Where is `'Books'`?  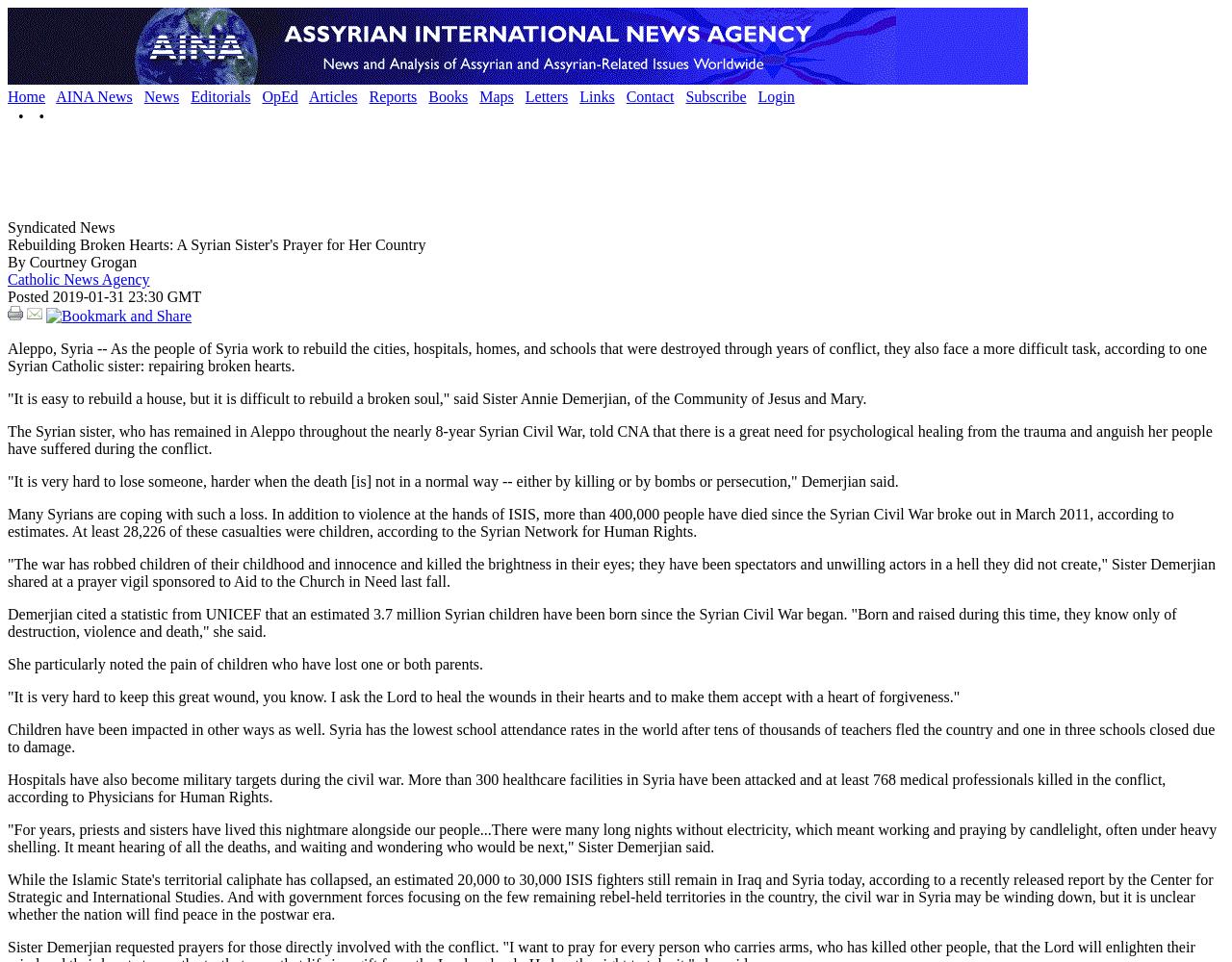 'Books' is located at coordinates (447, 95).